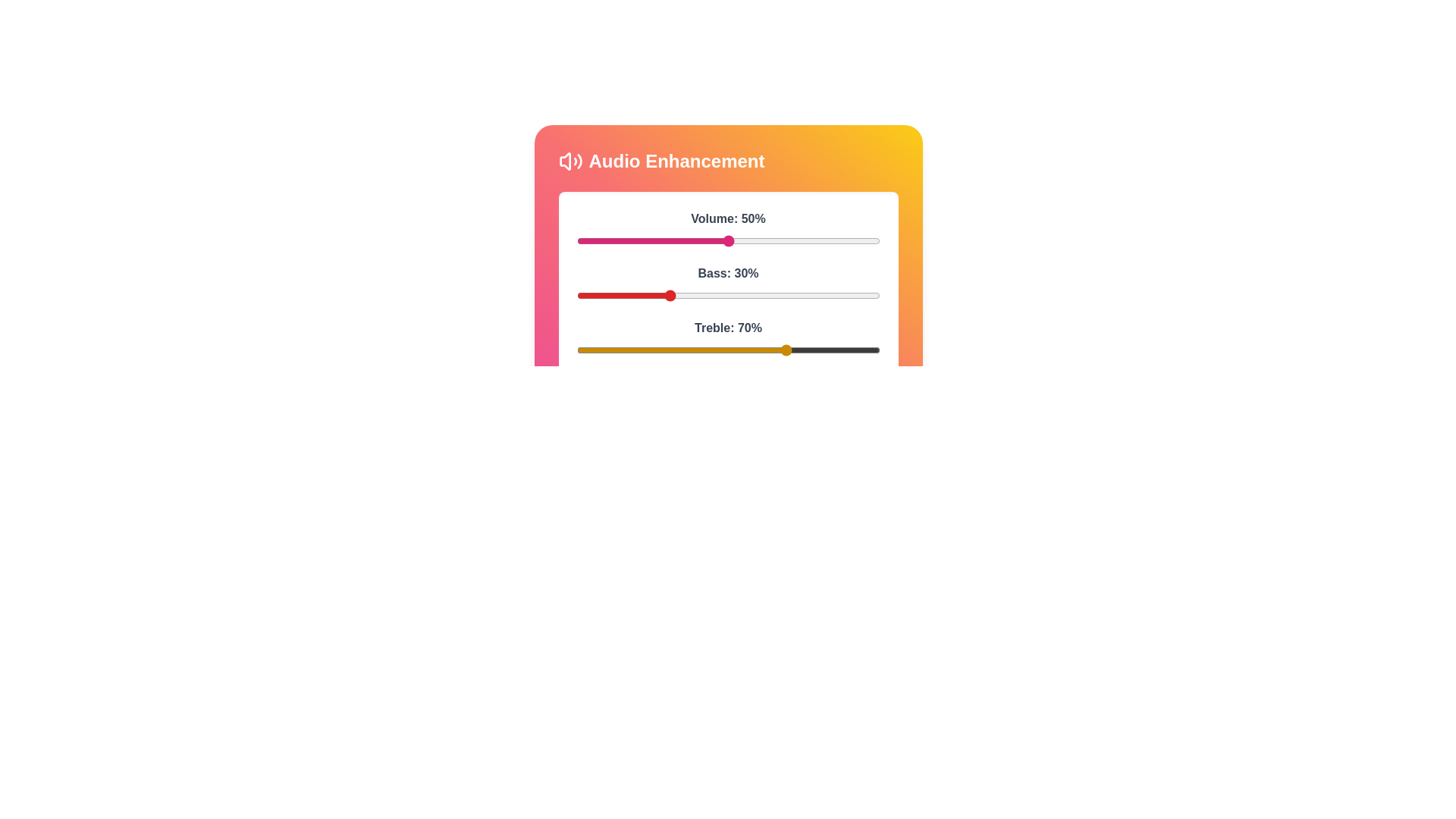 Image resolution: width=1456 pixels, height=819 pixels. Describe the element at coordinates (728, 274) in the screenshot. I see `the text label displaying 'Bass: 30%', which is styled in bold gray font and positioned above the red slider in the audio enhancement interface` at that location.